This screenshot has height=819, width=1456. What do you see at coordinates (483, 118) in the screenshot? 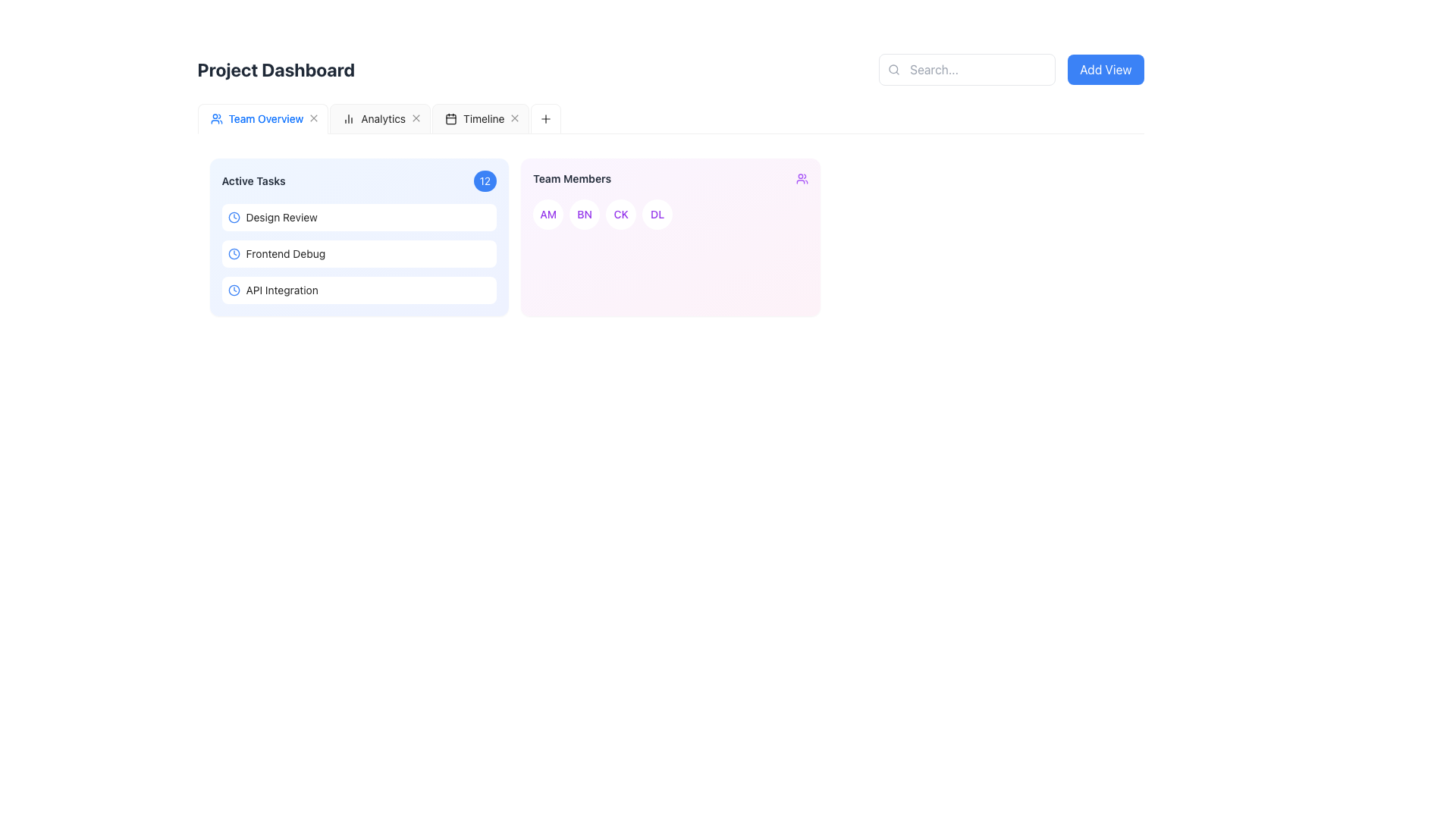
I see `the 'Timeline' tab label in the top navigation panel` at bounding box center [483, 118].